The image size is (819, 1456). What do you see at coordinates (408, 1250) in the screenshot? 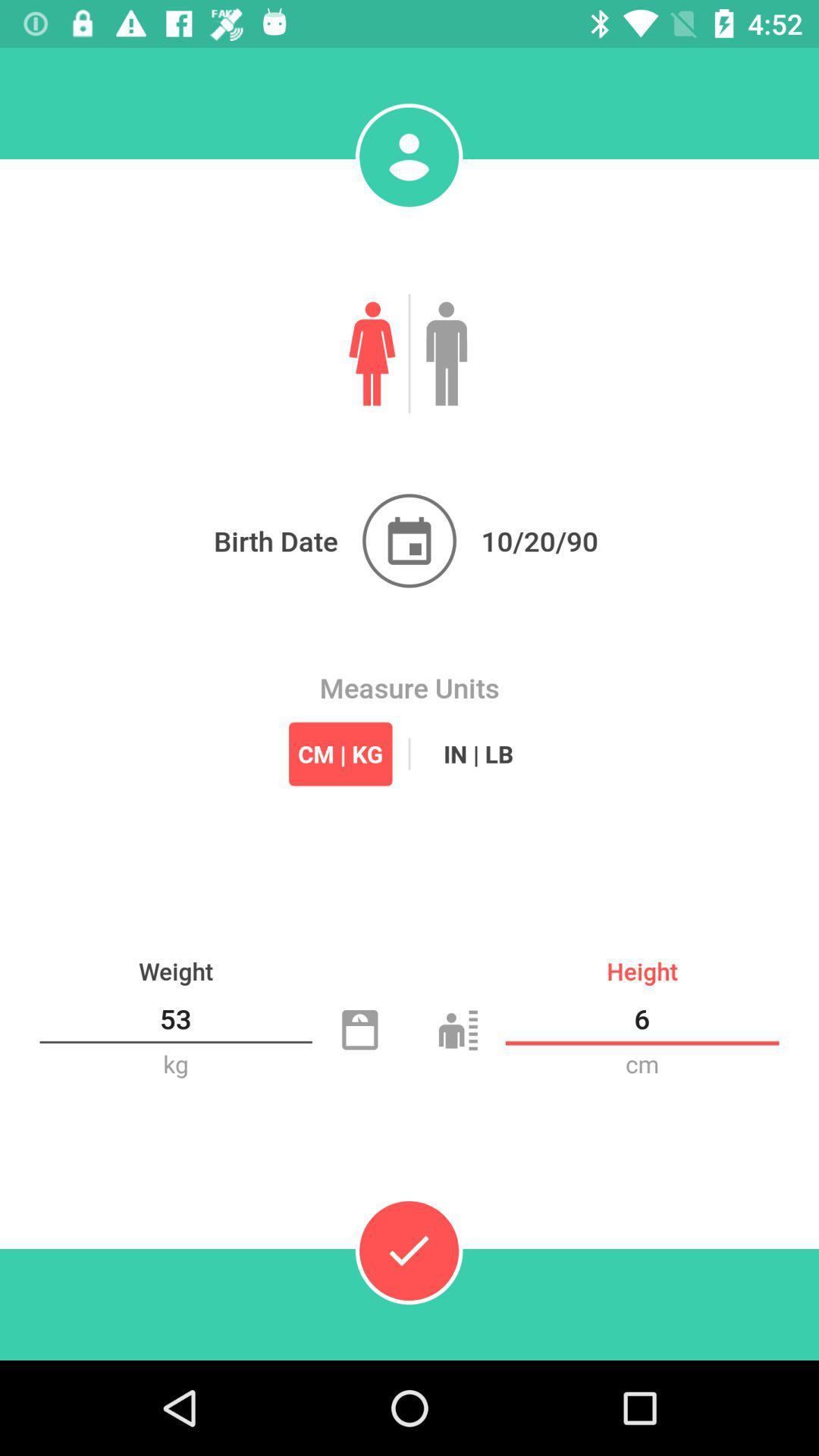
I see `done the option` at bounding box center [408, 1250].